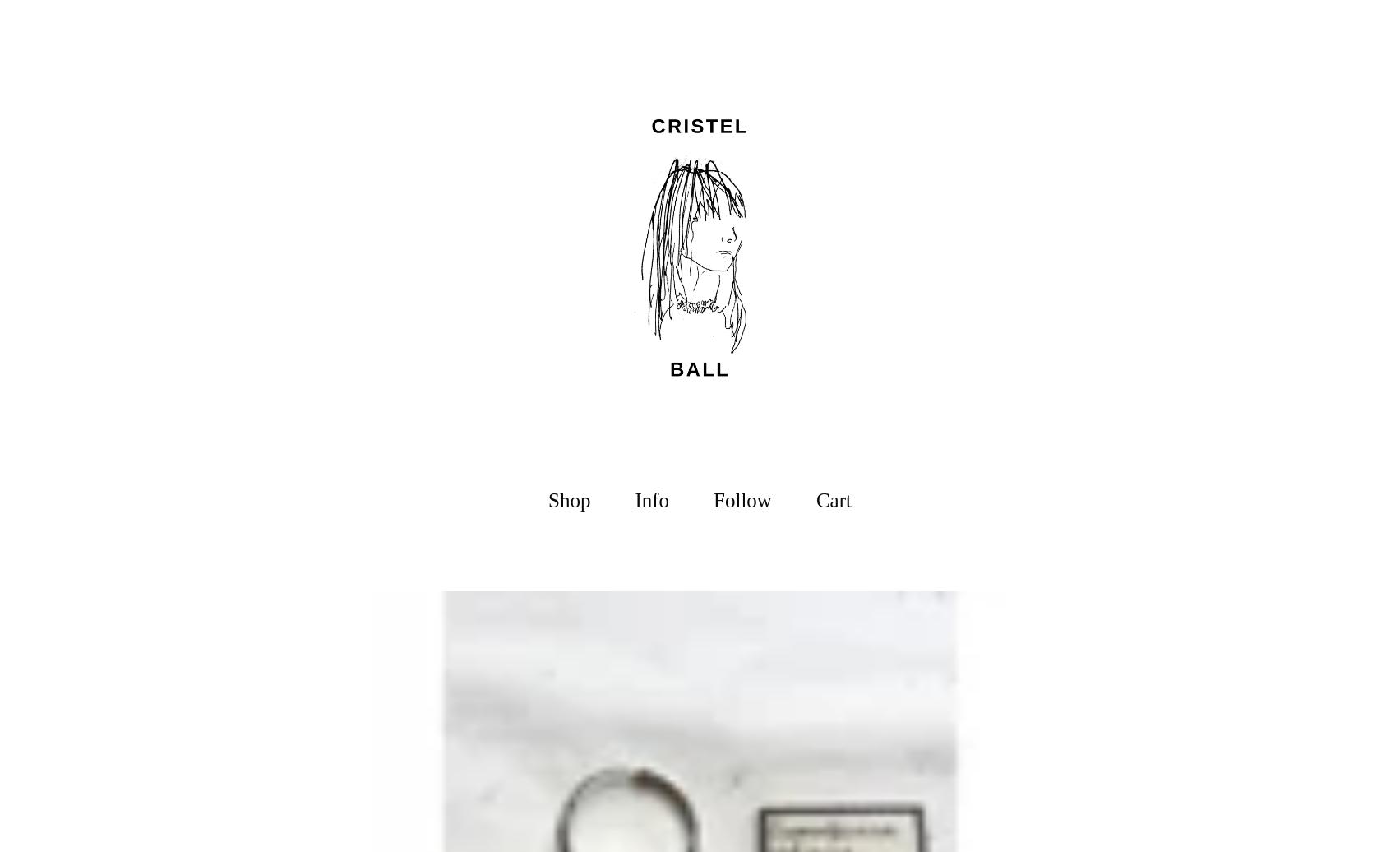 Image resolution: width=1400 pixels, height=852 pixels. I want to click on 'Necklaces', so click(568, 572).